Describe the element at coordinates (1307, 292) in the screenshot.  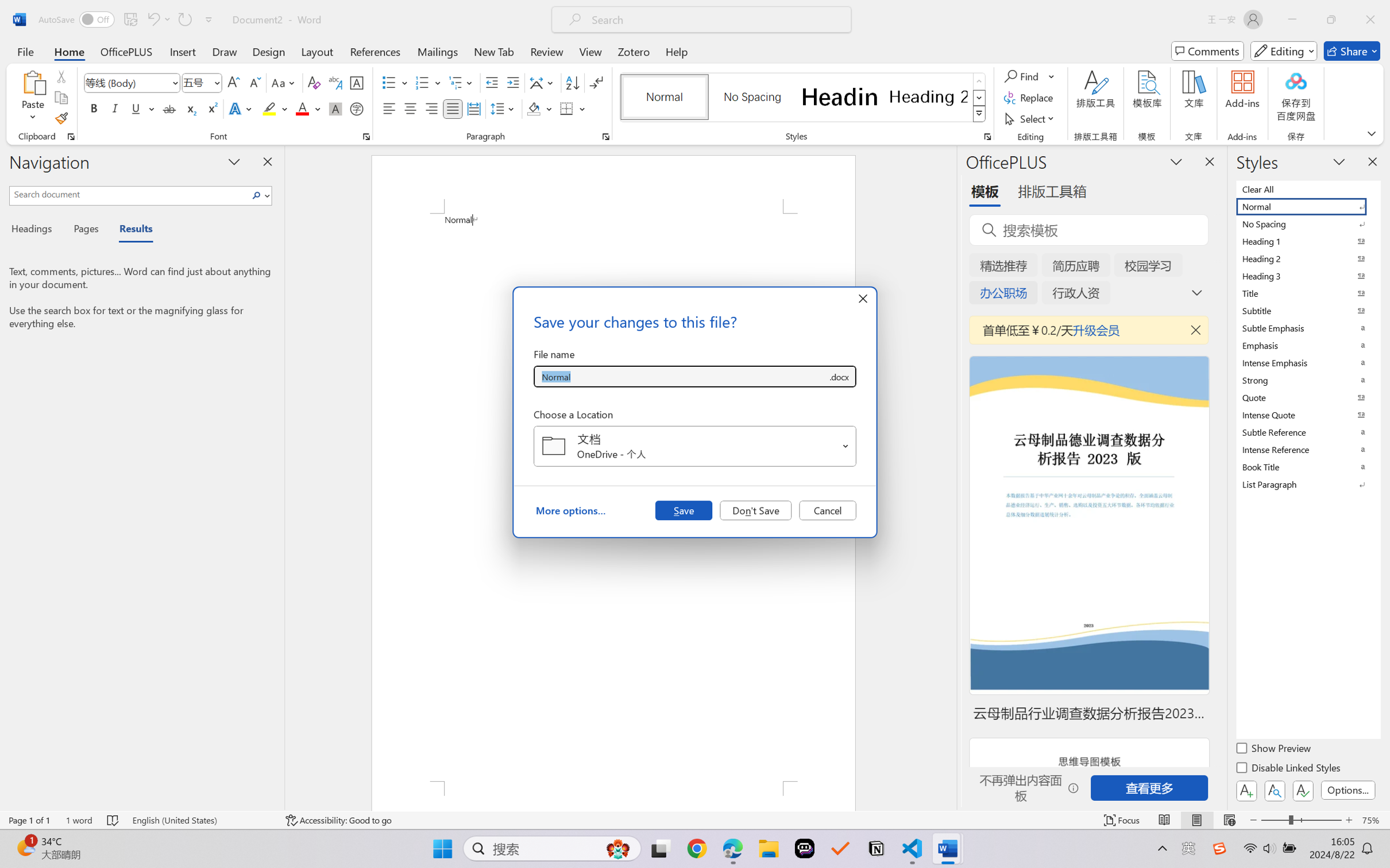
I see `'Title'` at that location.